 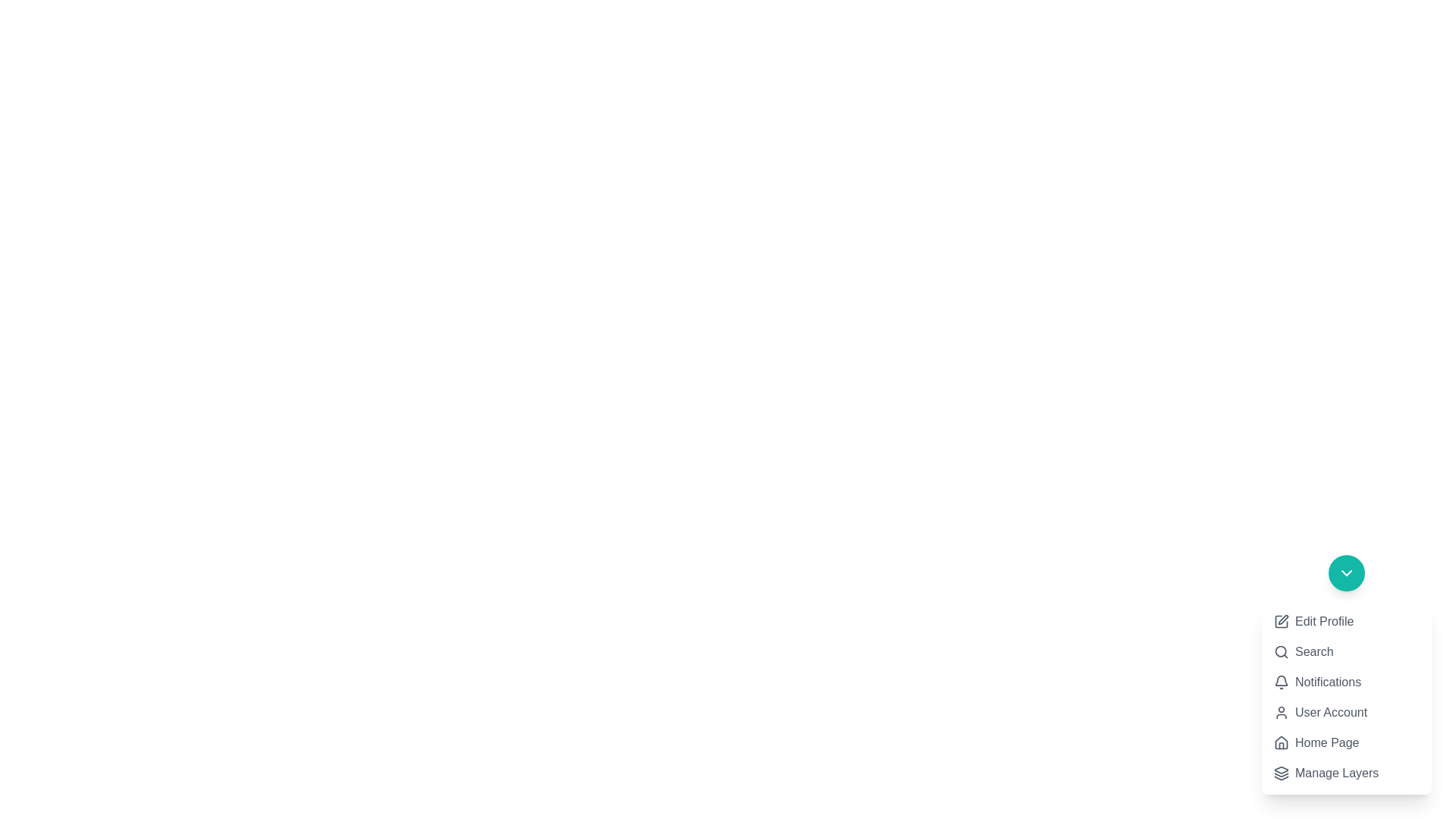 I want to click on the navigation button located in the middle of the vertical menu, which is the fifth item, to redirect to the home page, so click(x=1316, y=742).